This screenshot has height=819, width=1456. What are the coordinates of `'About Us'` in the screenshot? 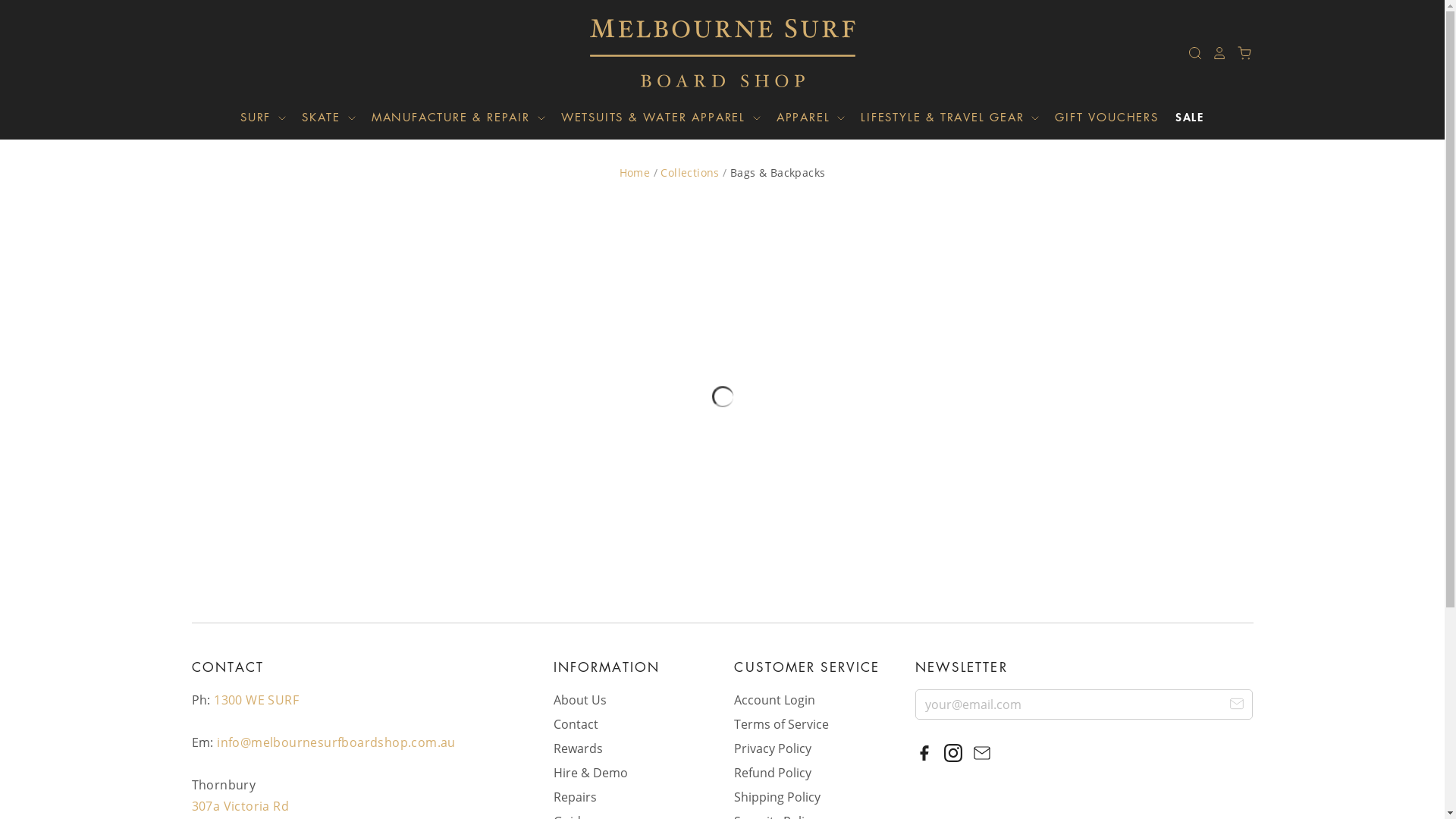 It's located at (579, 699).